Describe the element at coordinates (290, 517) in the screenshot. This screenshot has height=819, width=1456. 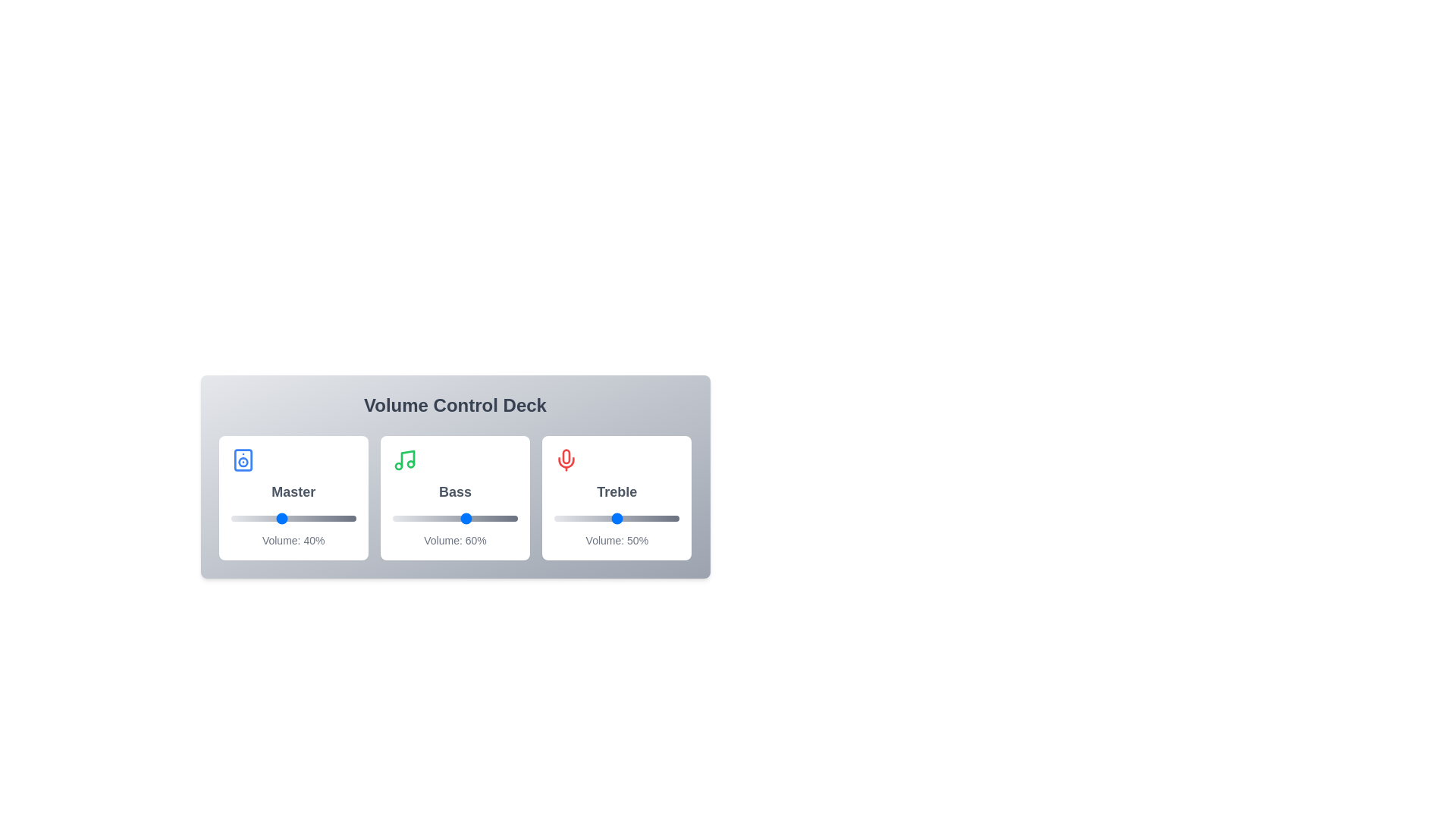
I see `the Master volume slider to 48%` at that location.